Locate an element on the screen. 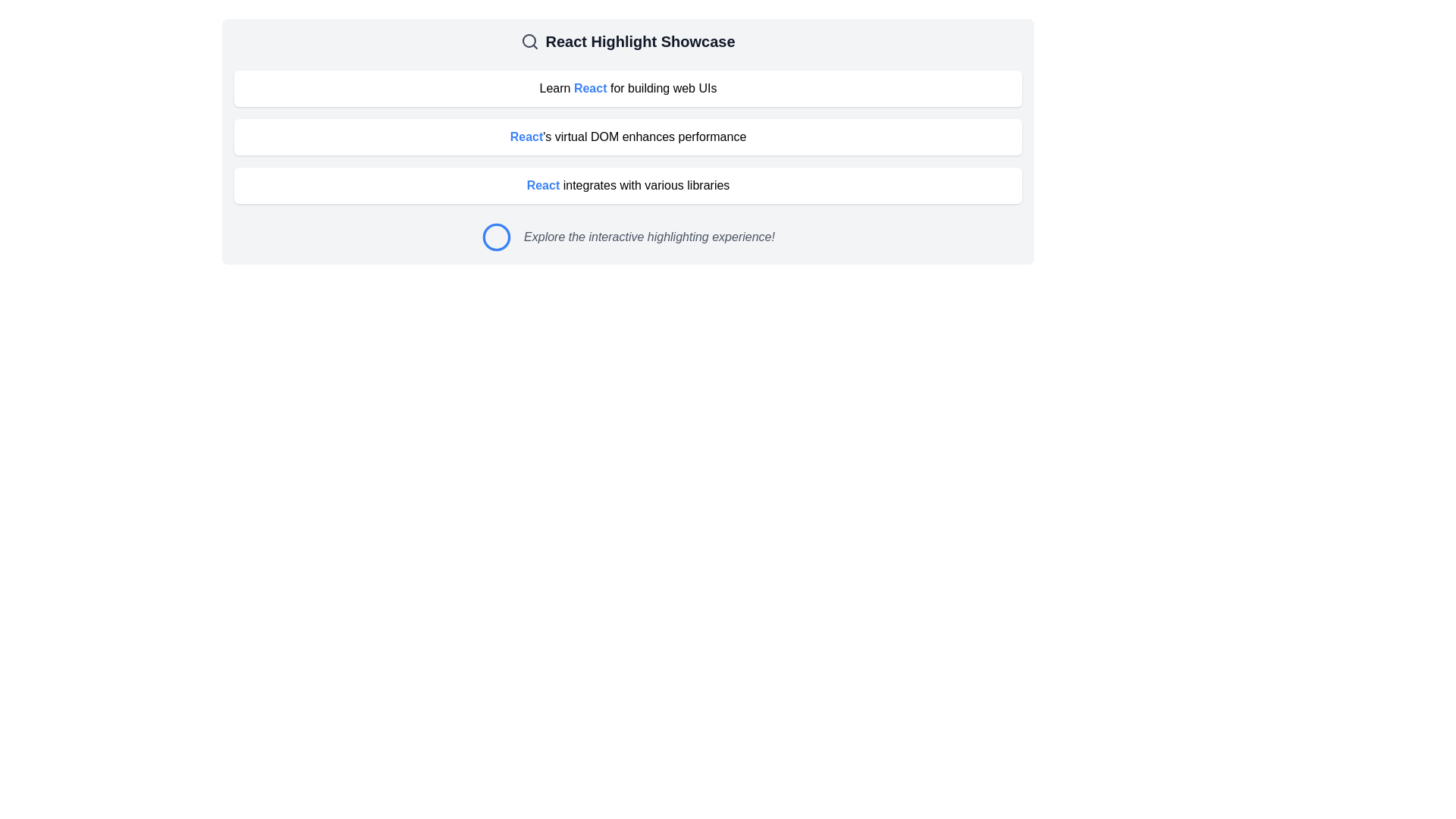 The image size is (1456, 819). the Text display label that shows "React's virtual DOM enhances performance", distinguished by its blue color and bold font is located at coordinates (628, 136).